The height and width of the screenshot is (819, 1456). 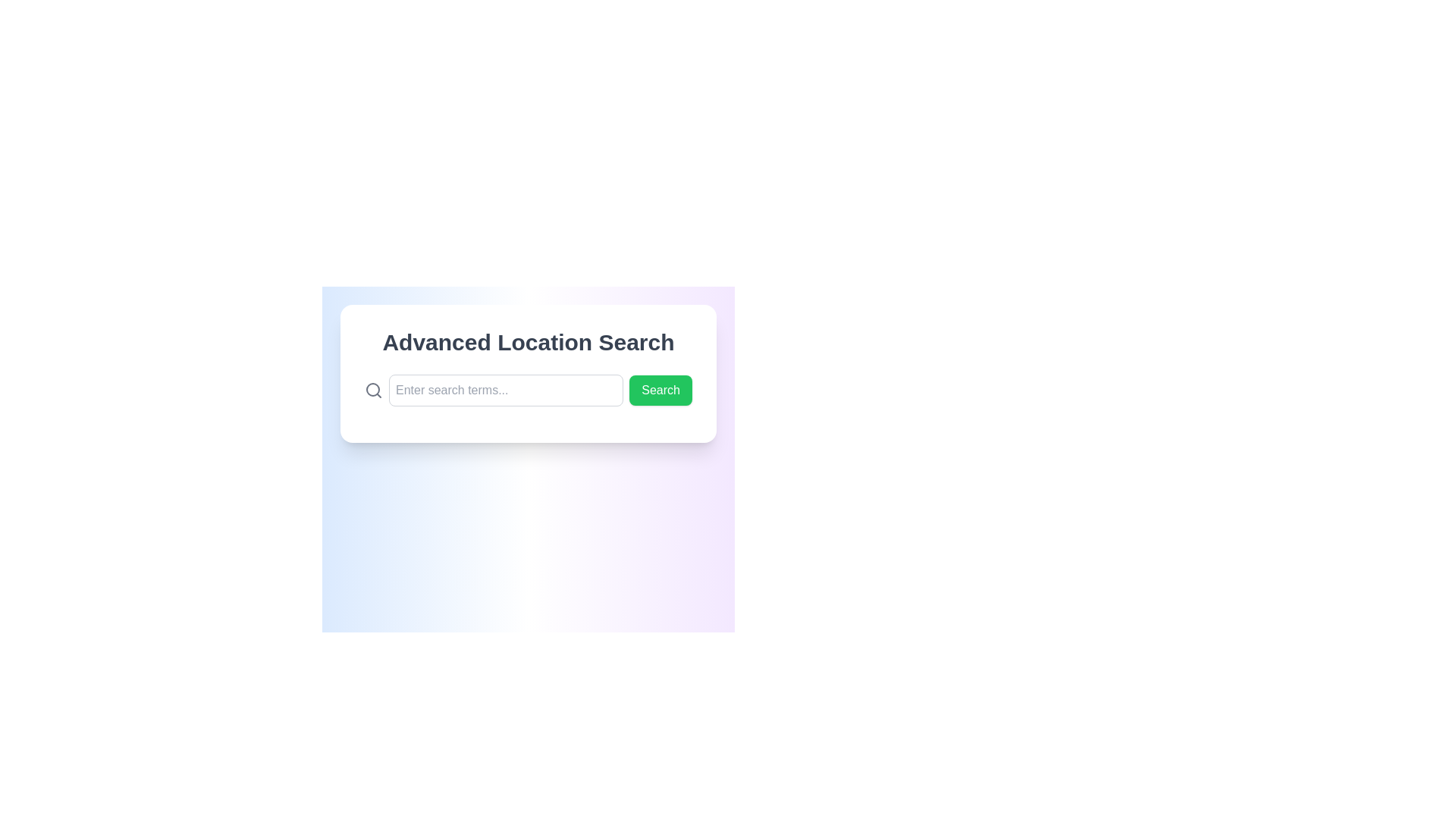 What do you see at coordinates (374, 390) in the screenshot?
I see `the magnifying glass icon that indicates the search function, located to the left of the text input box labeled 'Enter search terms...'` at bounding box center [374, 390].